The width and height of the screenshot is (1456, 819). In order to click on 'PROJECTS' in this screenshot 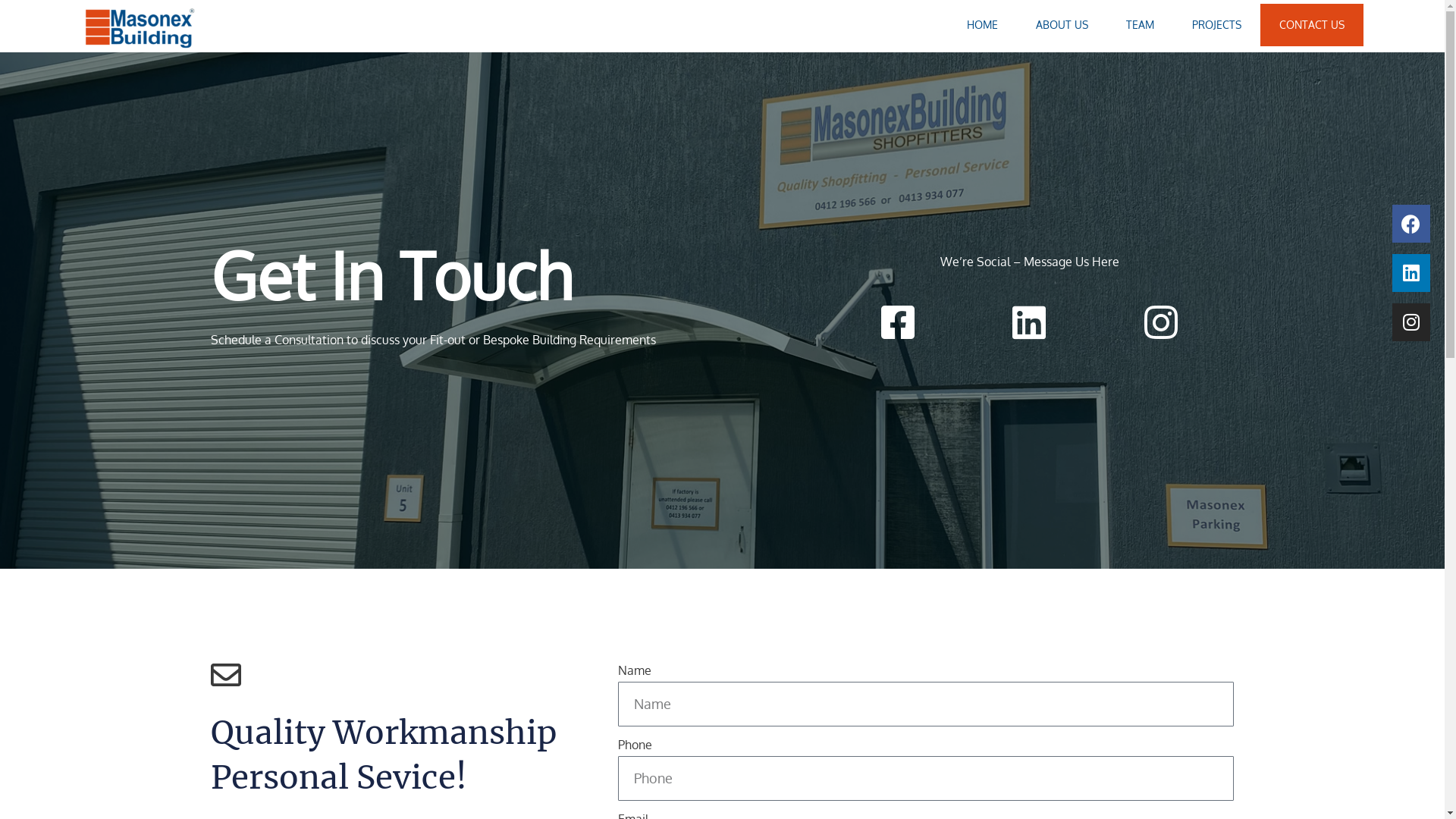, I will do `click(1216, 25)`.